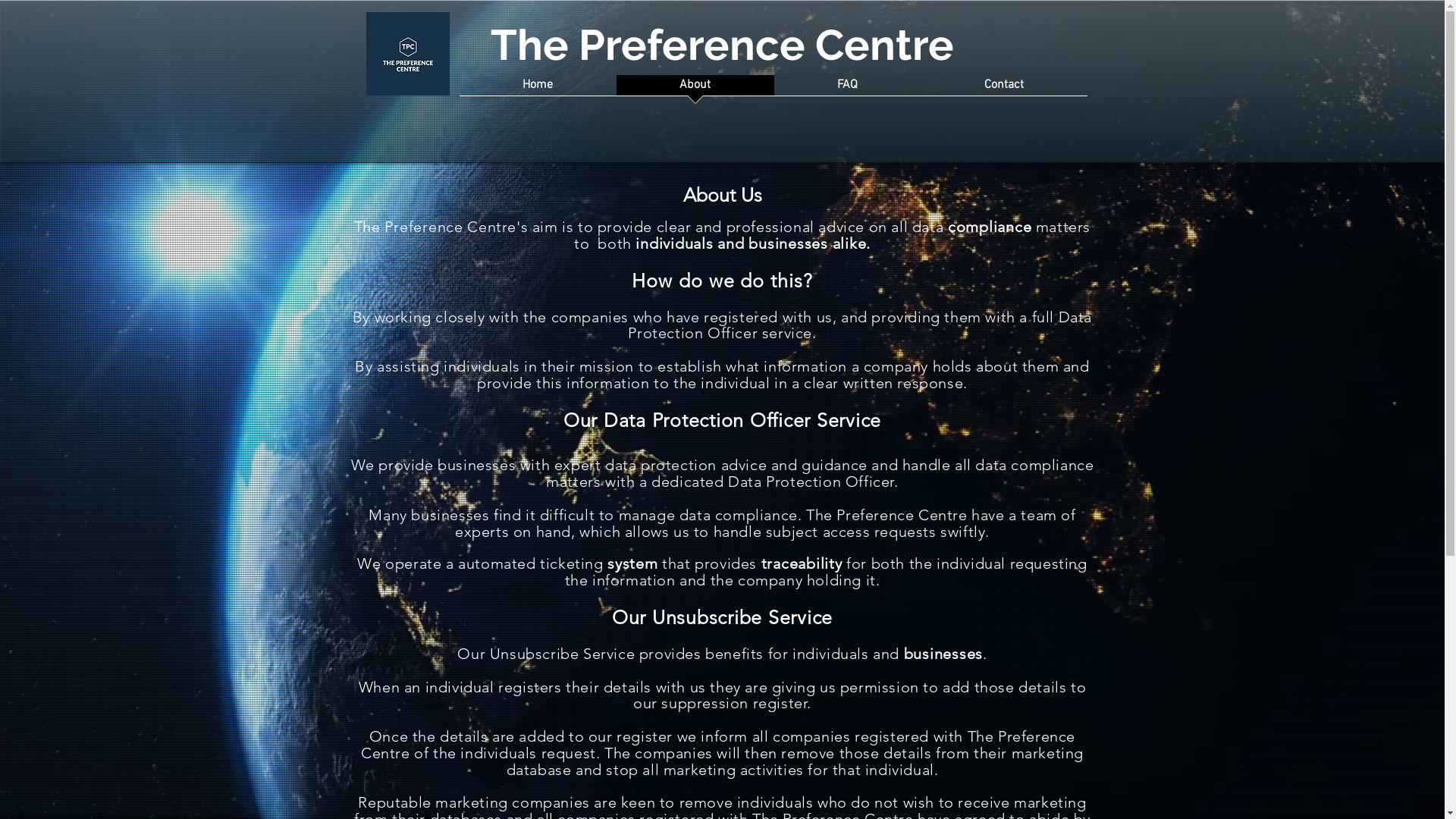 This screenshot has width=1456, height=819. Describe the element at coordinates (846, 90) in the screenshot. I see `'FAQ'` at that location.